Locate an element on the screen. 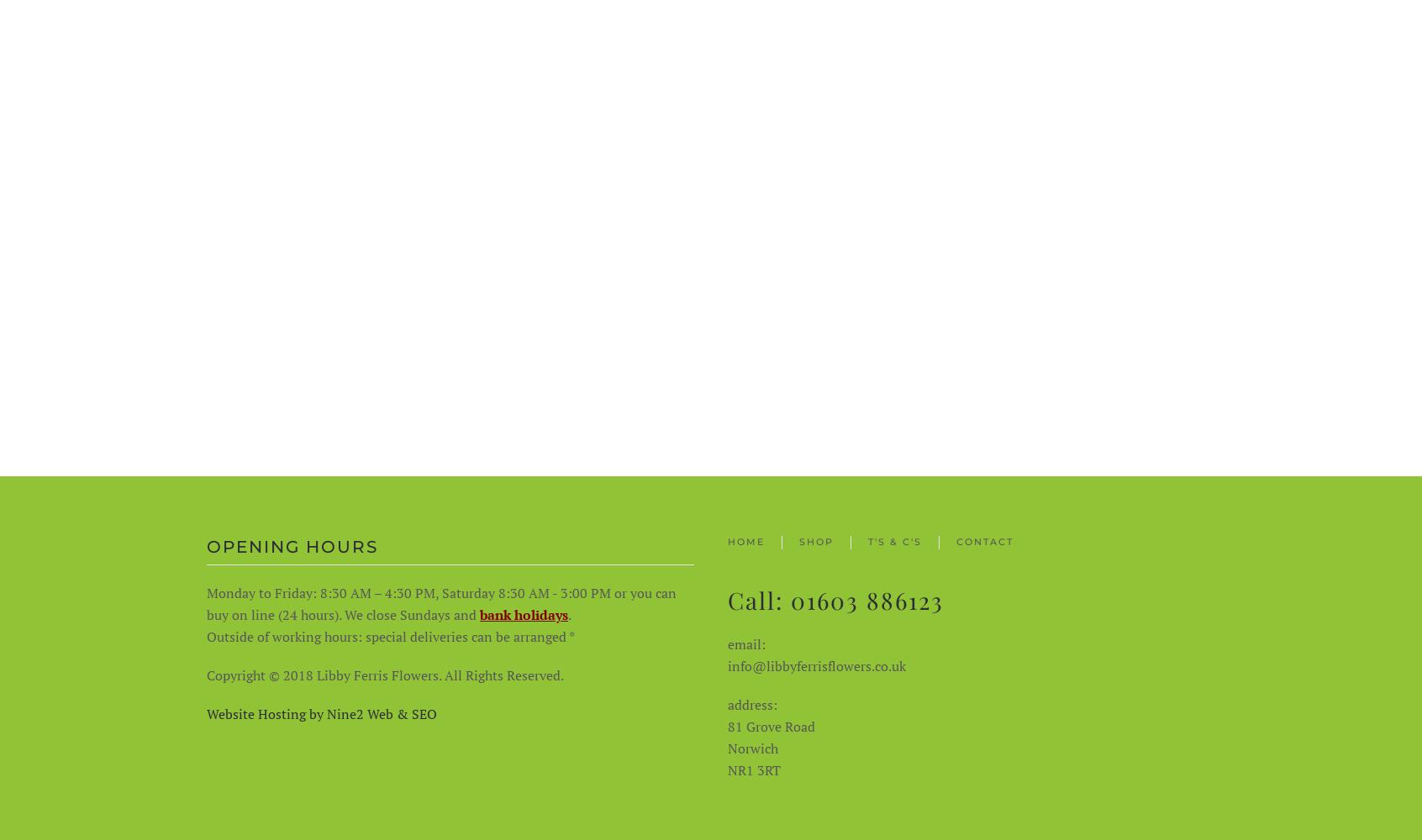  'Shop' is located at coordinates (816, 541).